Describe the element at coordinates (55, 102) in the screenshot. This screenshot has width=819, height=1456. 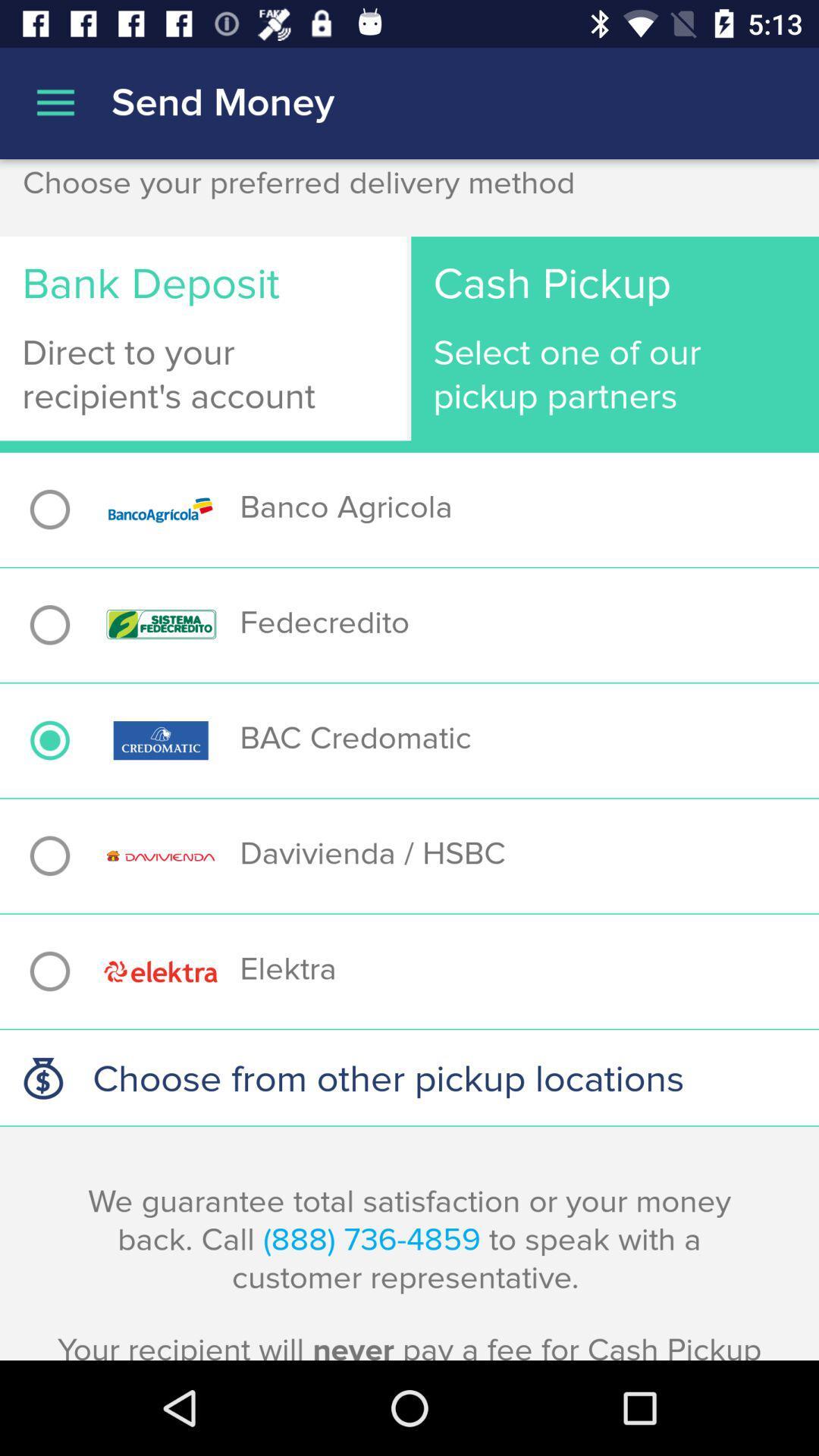
I see `item to the left of send money app` at that location.